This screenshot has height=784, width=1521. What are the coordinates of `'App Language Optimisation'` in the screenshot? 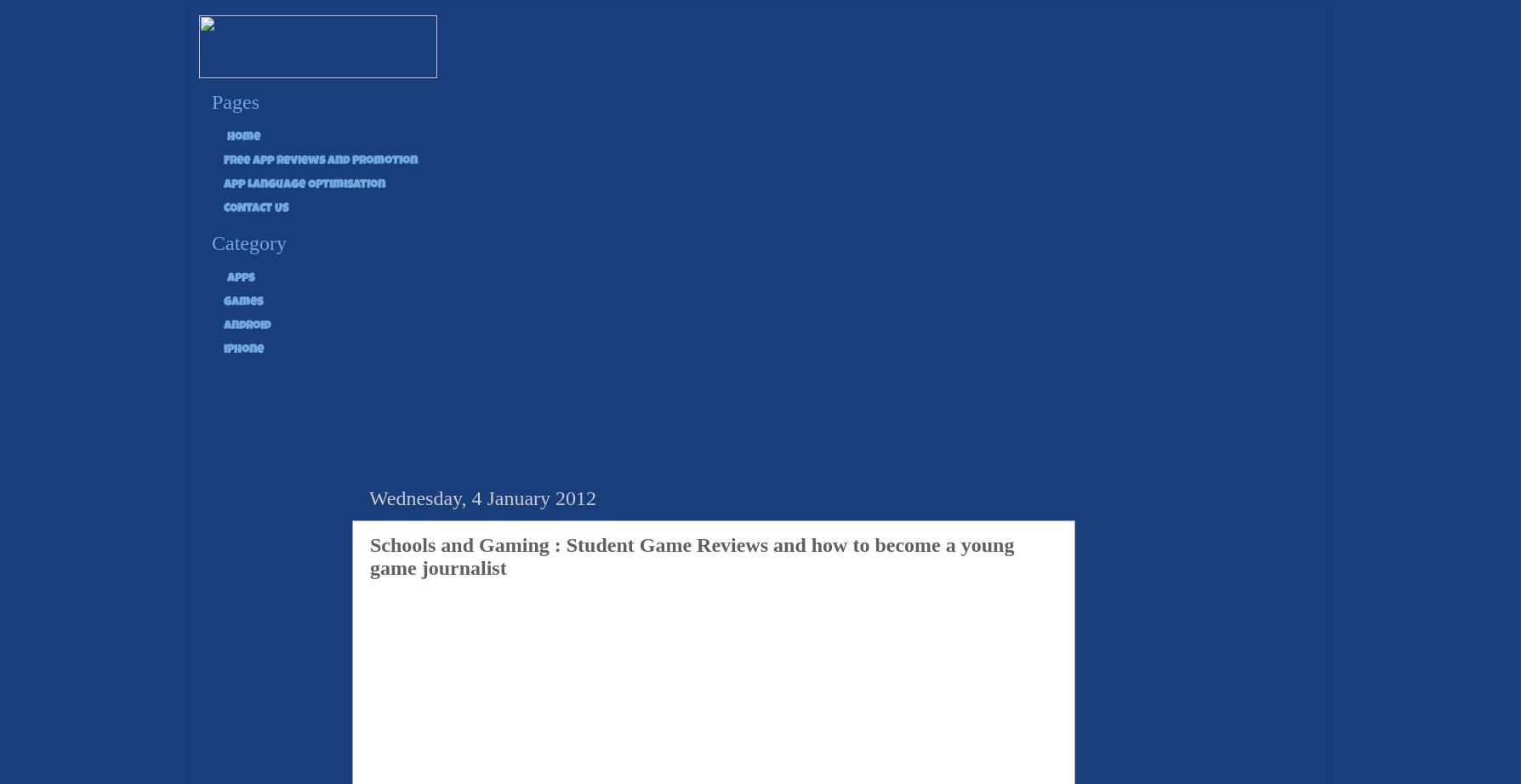 It's located at (303, 185).